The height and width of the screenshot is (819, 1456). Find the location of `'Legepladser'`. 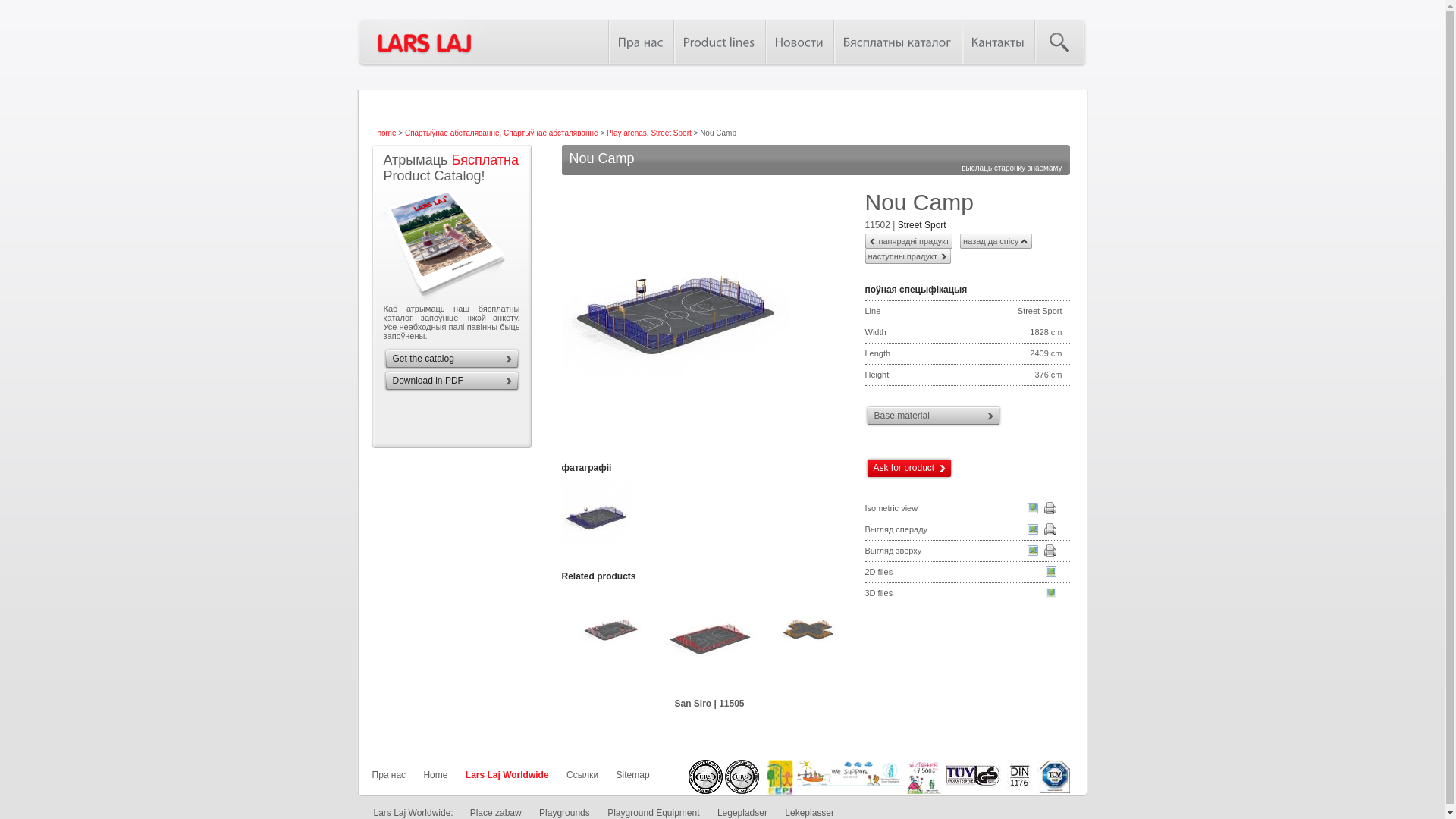

'Legepladser' is located at coordinates (742, 812).